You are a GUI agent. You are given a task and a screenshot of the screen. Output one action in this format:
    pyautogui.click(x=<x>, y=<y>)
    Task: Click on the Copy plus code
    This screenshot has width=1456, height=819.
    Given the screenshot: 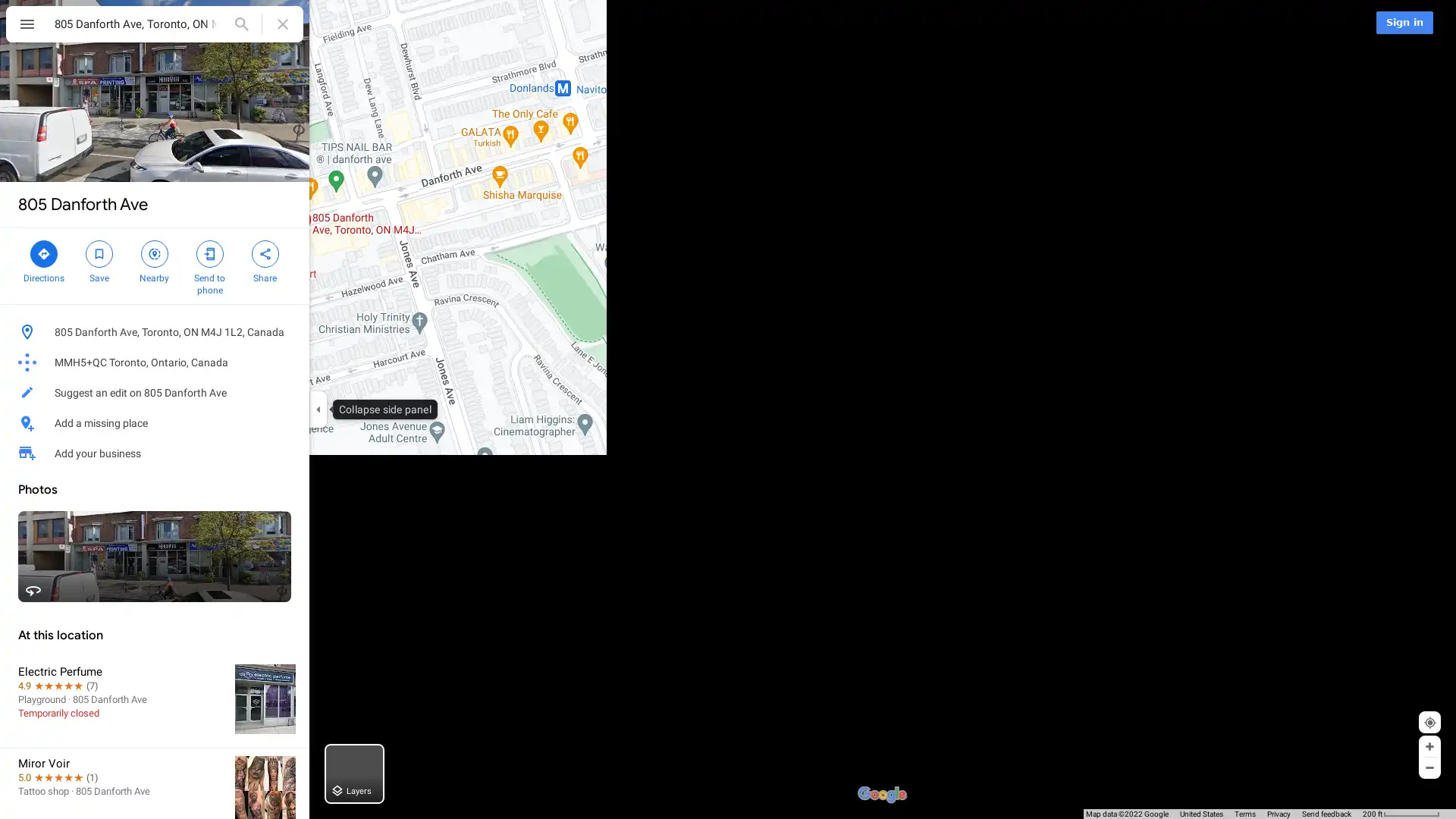 What is the action you would take?
    pyautogui.click(x=249, y=362)
    